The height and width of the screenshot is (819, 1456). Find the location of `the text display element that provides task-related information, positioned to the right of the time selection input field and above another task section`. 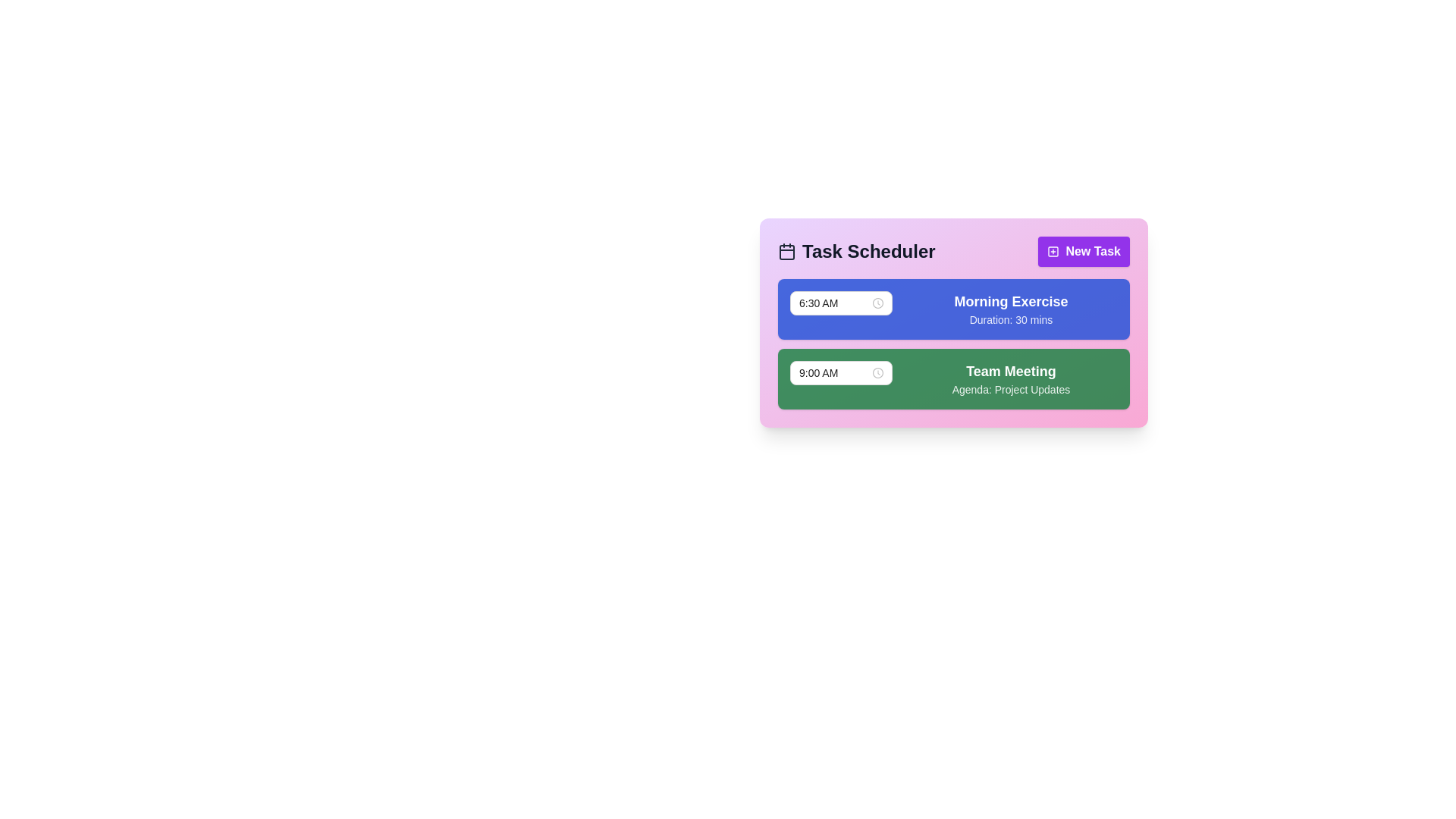

the text display element that provides task-related information, positioned to the right of the time selection input field and above another task section is located at coordinates (1011, 309).